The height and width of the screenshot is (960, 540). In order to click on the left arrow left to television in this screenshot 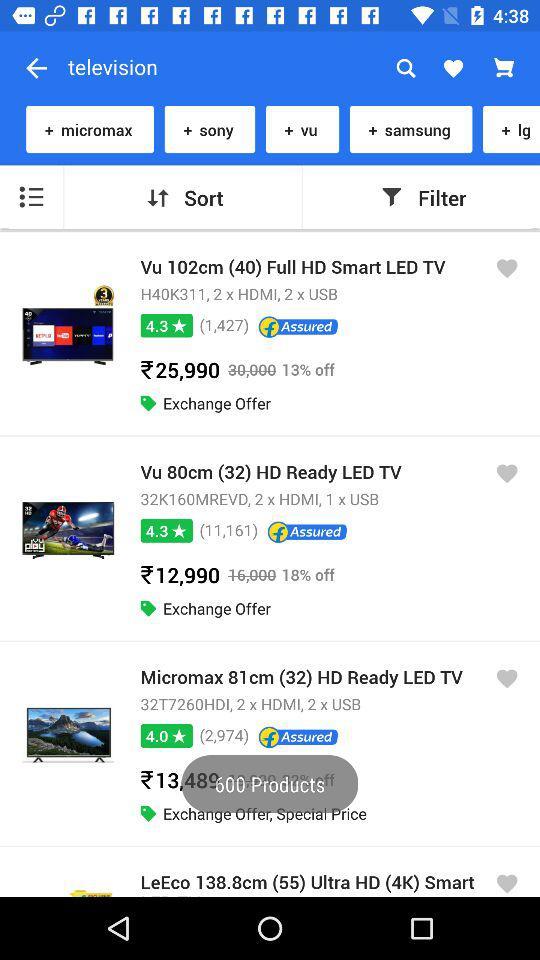, I will do `click(36, 68)`.